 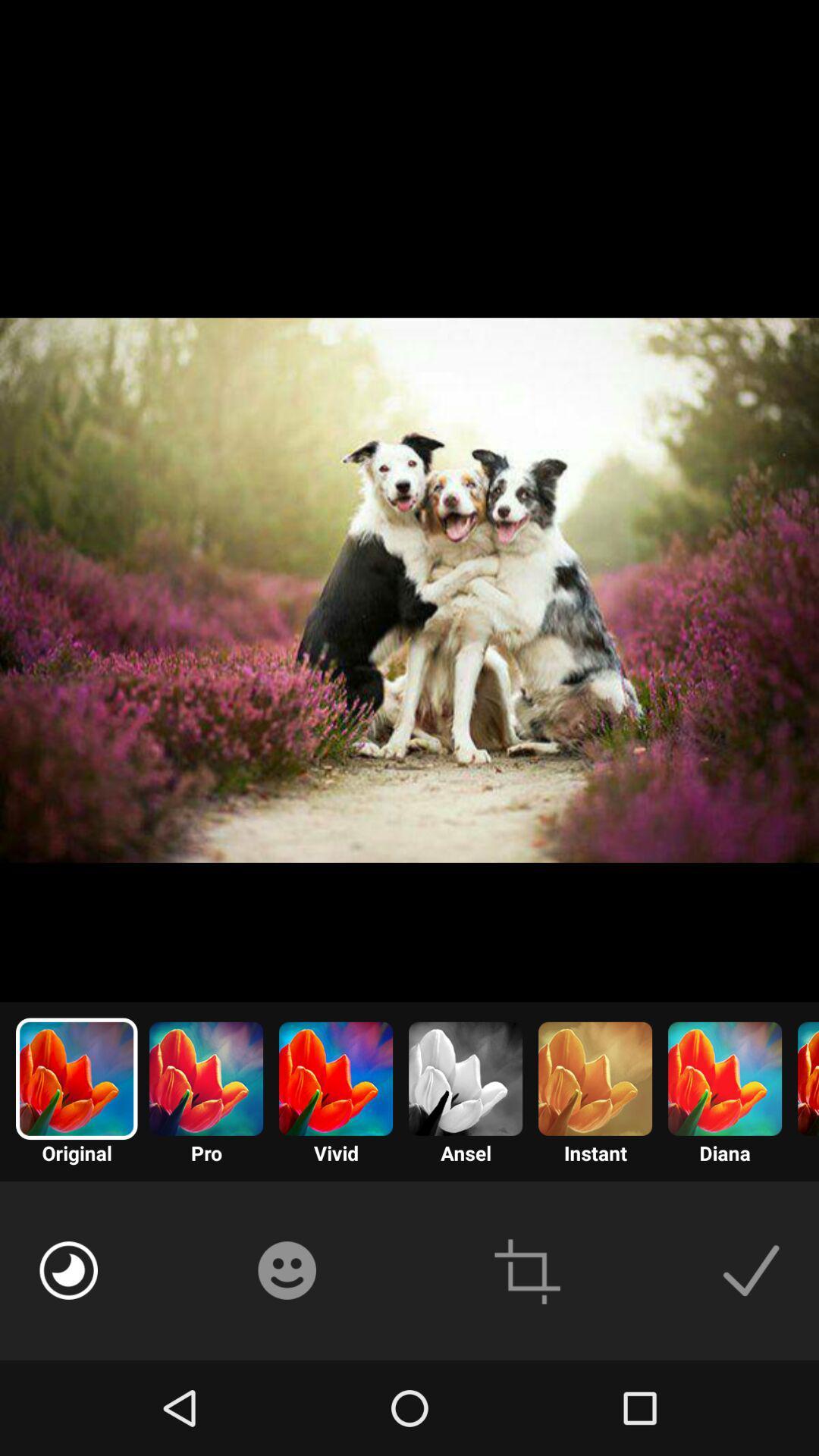 I want to click on change lighting, so click(x=68, y=1270).